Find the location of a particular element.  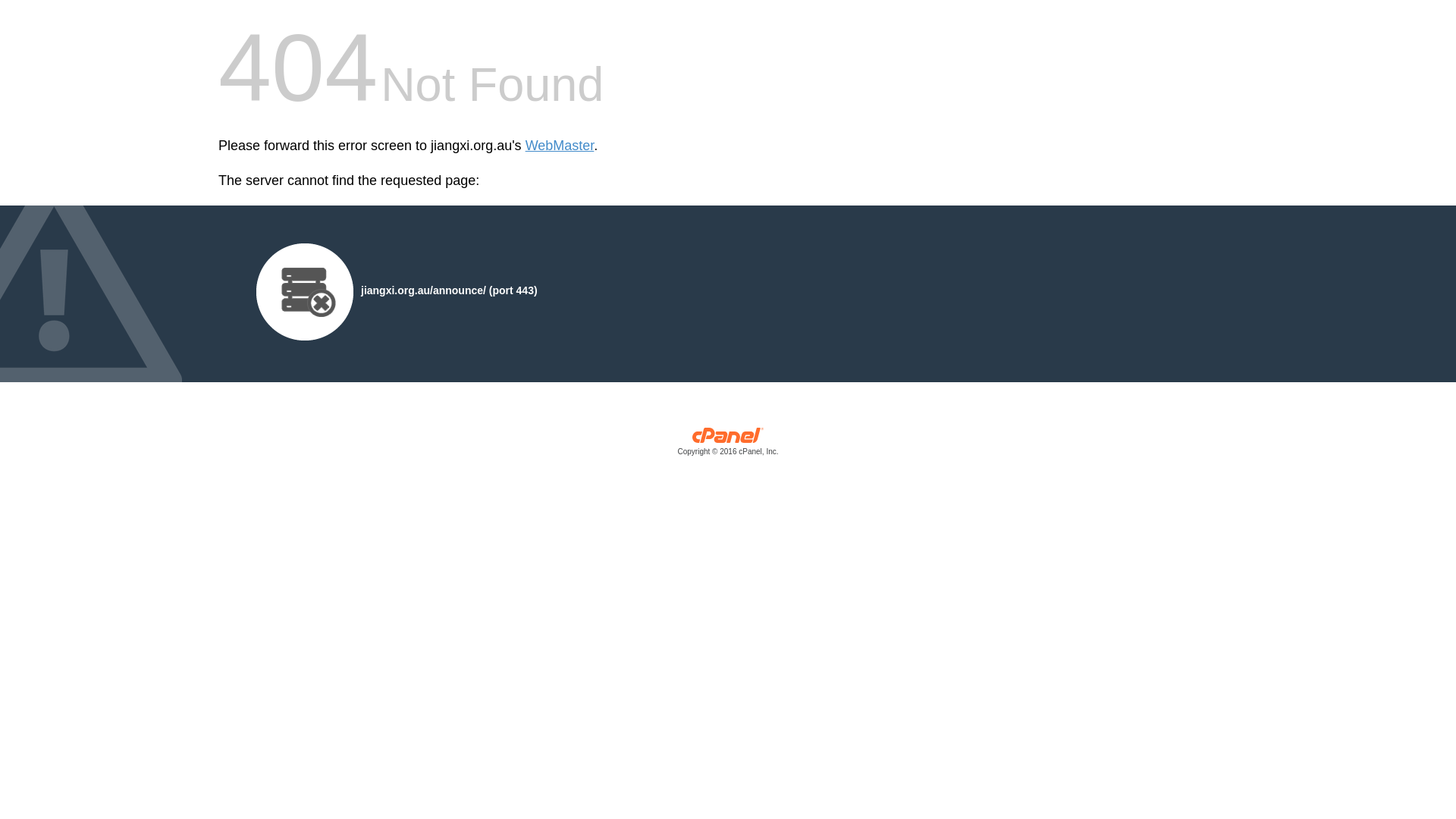

'WebMaster' is located at coordinates (559, 146).